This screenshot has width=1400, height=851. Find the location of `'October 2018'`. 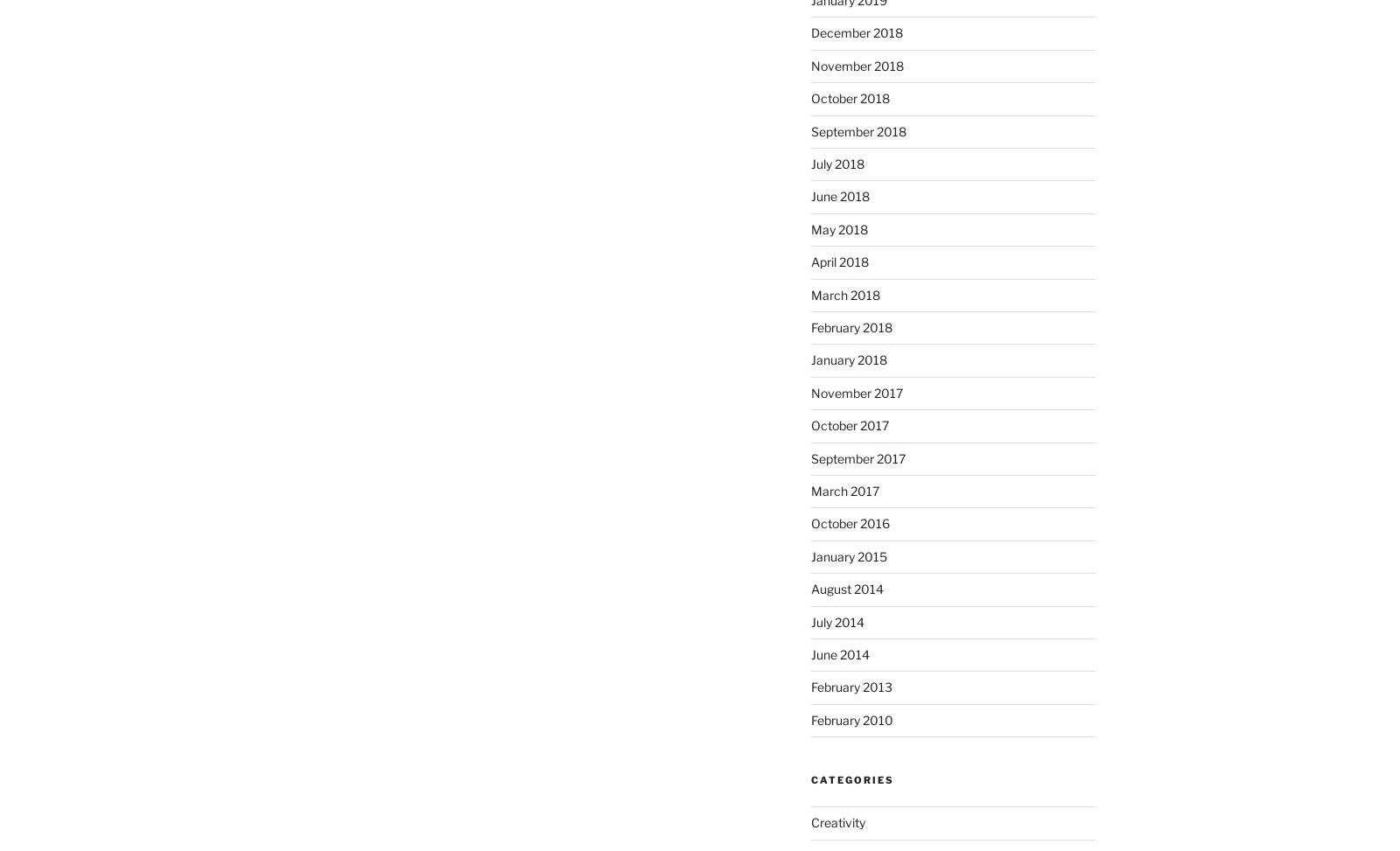

'October 2018' is located at coordinates (849, 97).